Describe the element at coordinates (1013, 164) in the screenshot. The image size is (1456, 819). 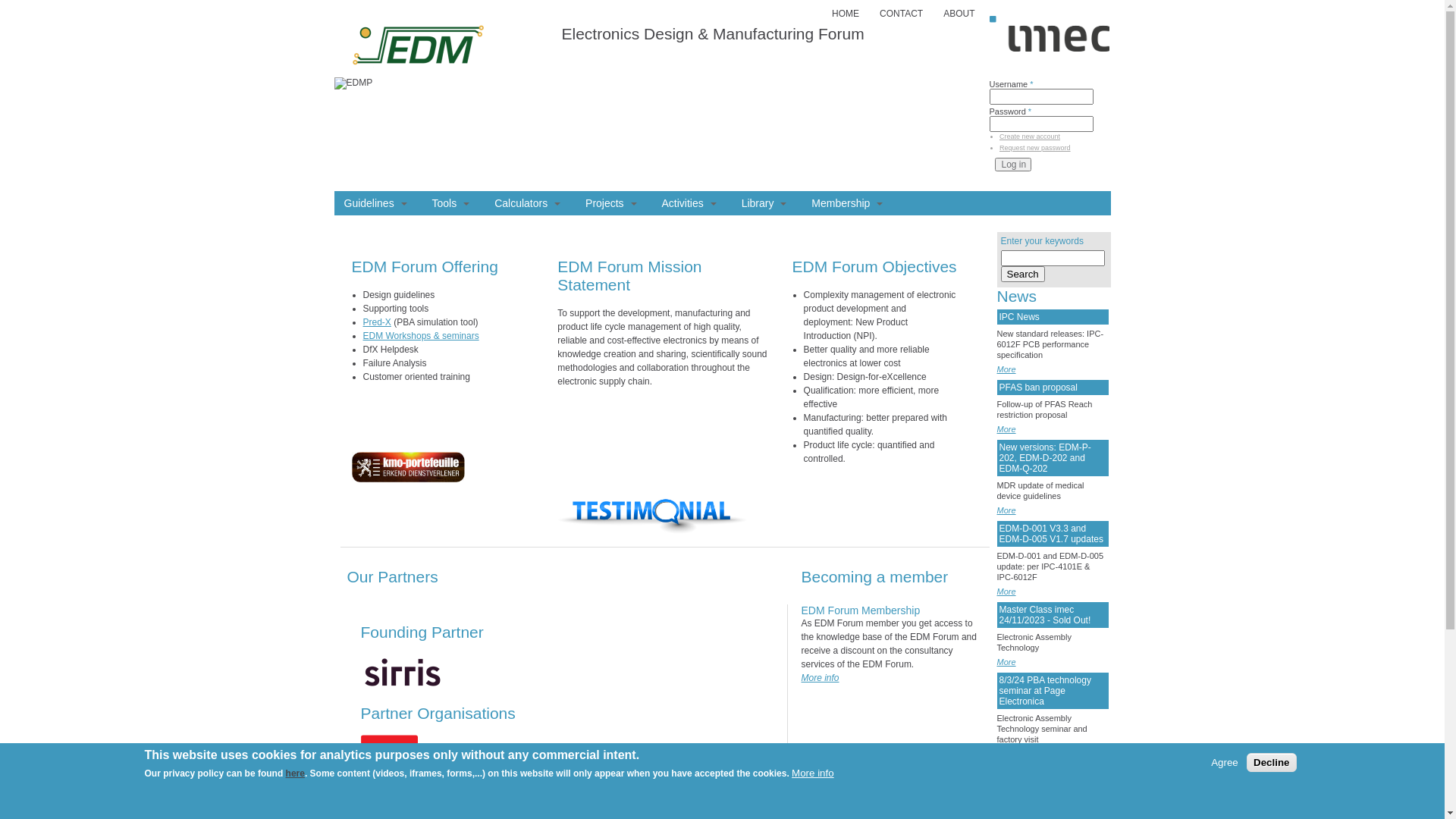
I see `'Log in'` at that location.